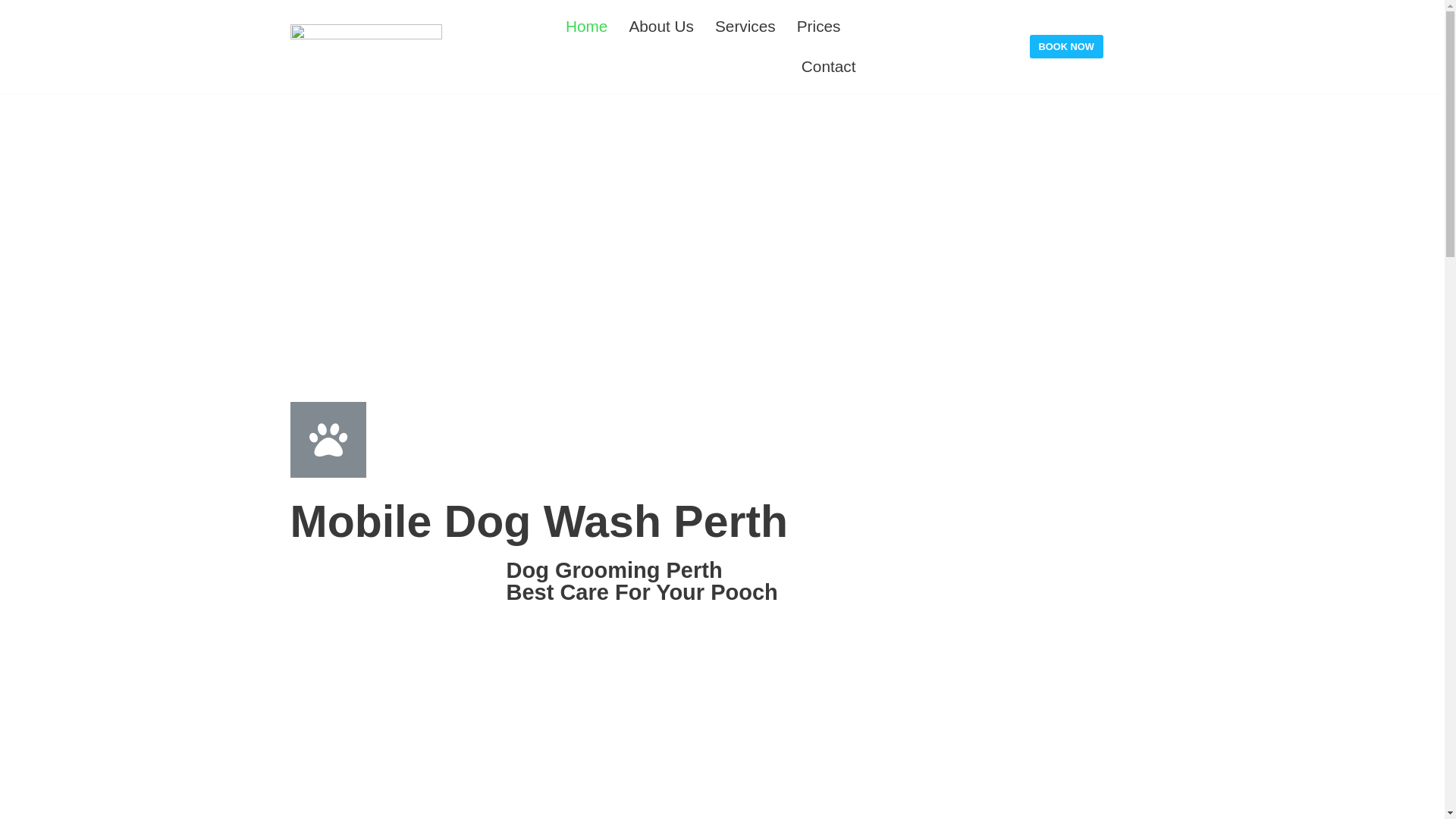 The width and height of the screenshot is (1456, 819). I want to click on 'Skip to content', so click(14, 8).